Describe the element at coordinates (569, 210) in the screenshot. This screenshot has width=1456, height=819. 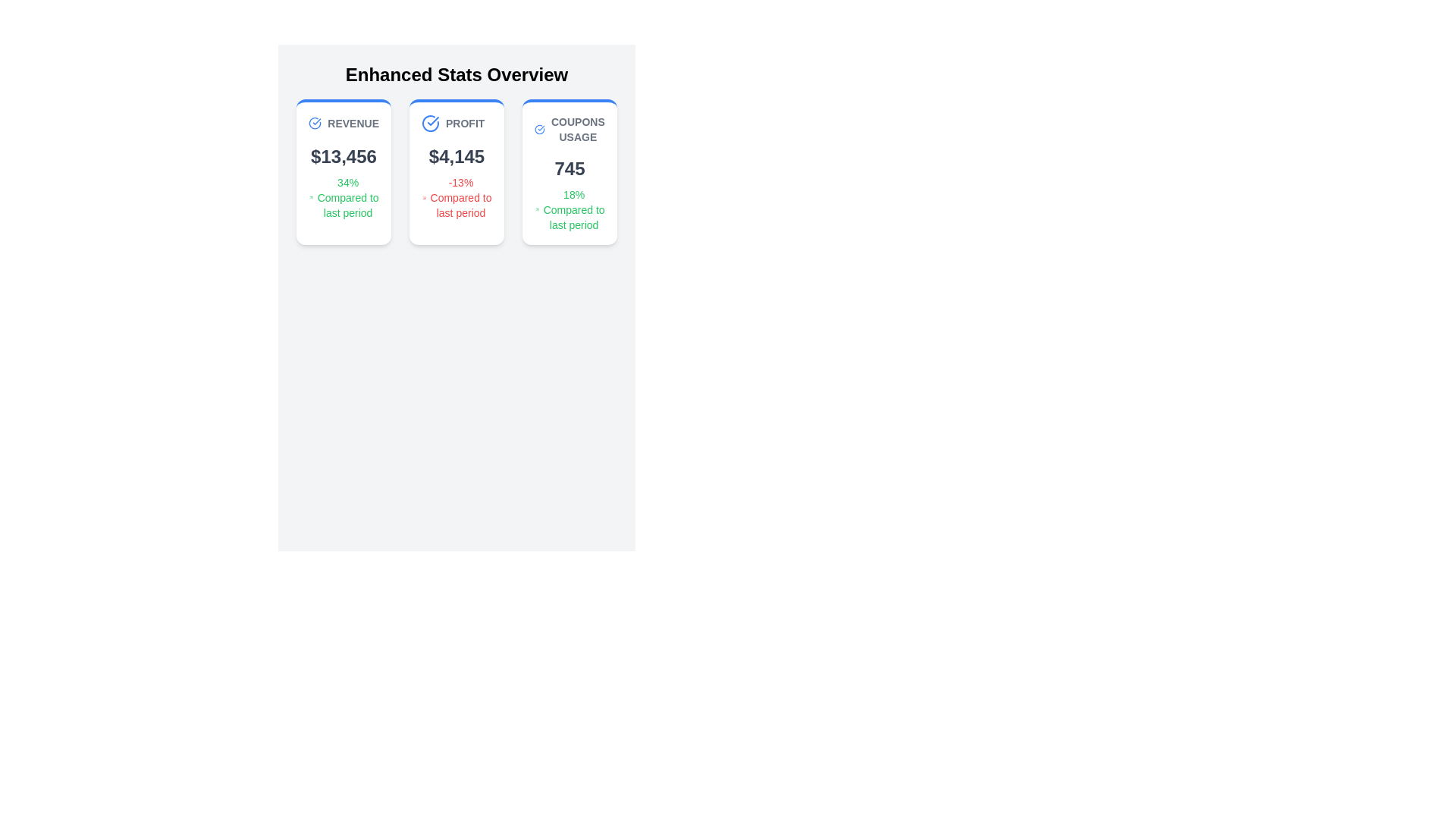
I see `the text displaying '18%' followed by 'Compared to last period' with an upward arrow icon in the third card titled 'COUPONS USAGE' in the 'Enhanced Stats Overview' section` at that location.